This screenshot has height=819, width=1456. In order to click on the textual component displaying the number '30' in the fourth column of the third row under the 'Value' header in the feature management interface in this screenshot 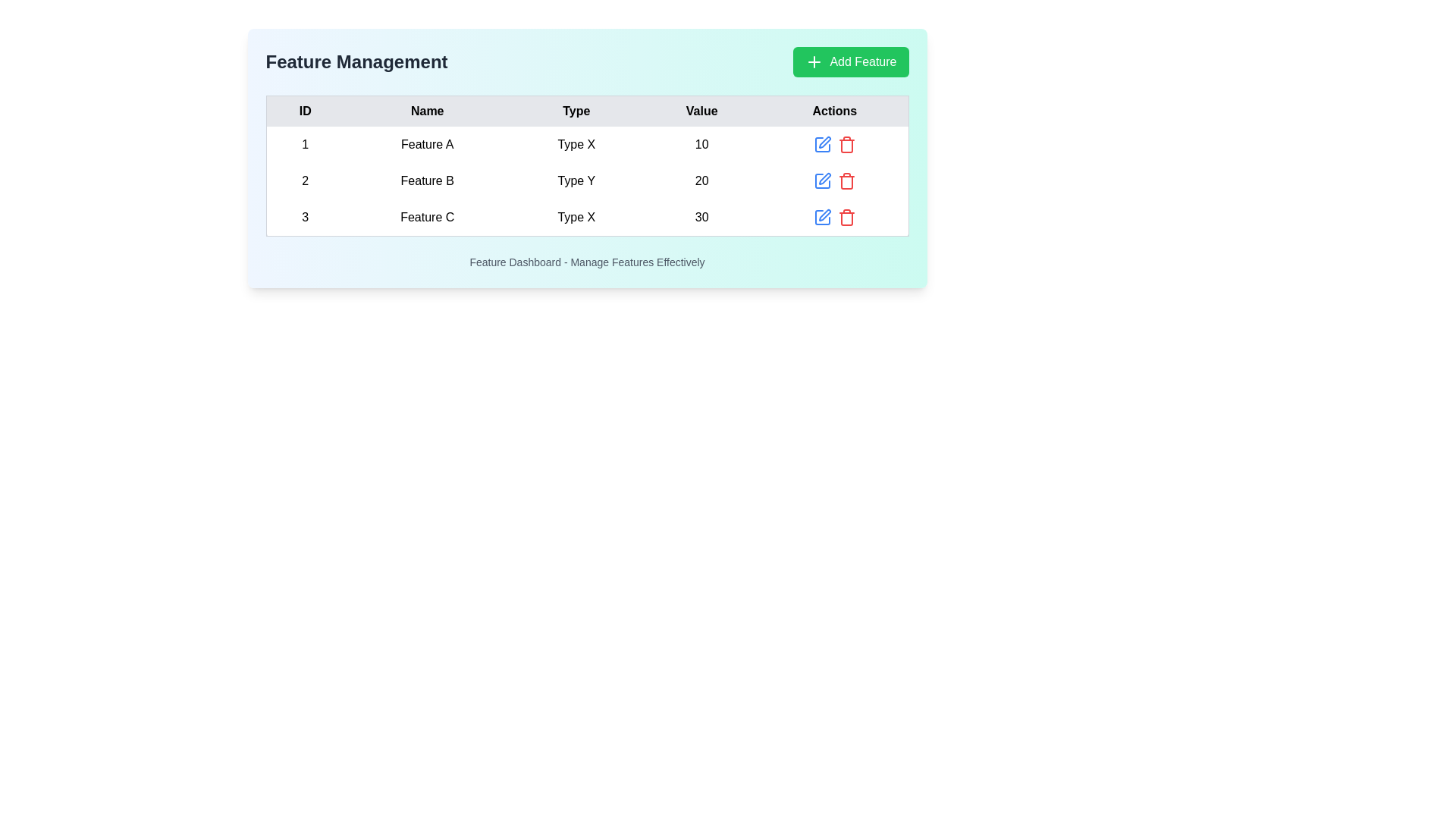, I will do `click(701, 218)`.